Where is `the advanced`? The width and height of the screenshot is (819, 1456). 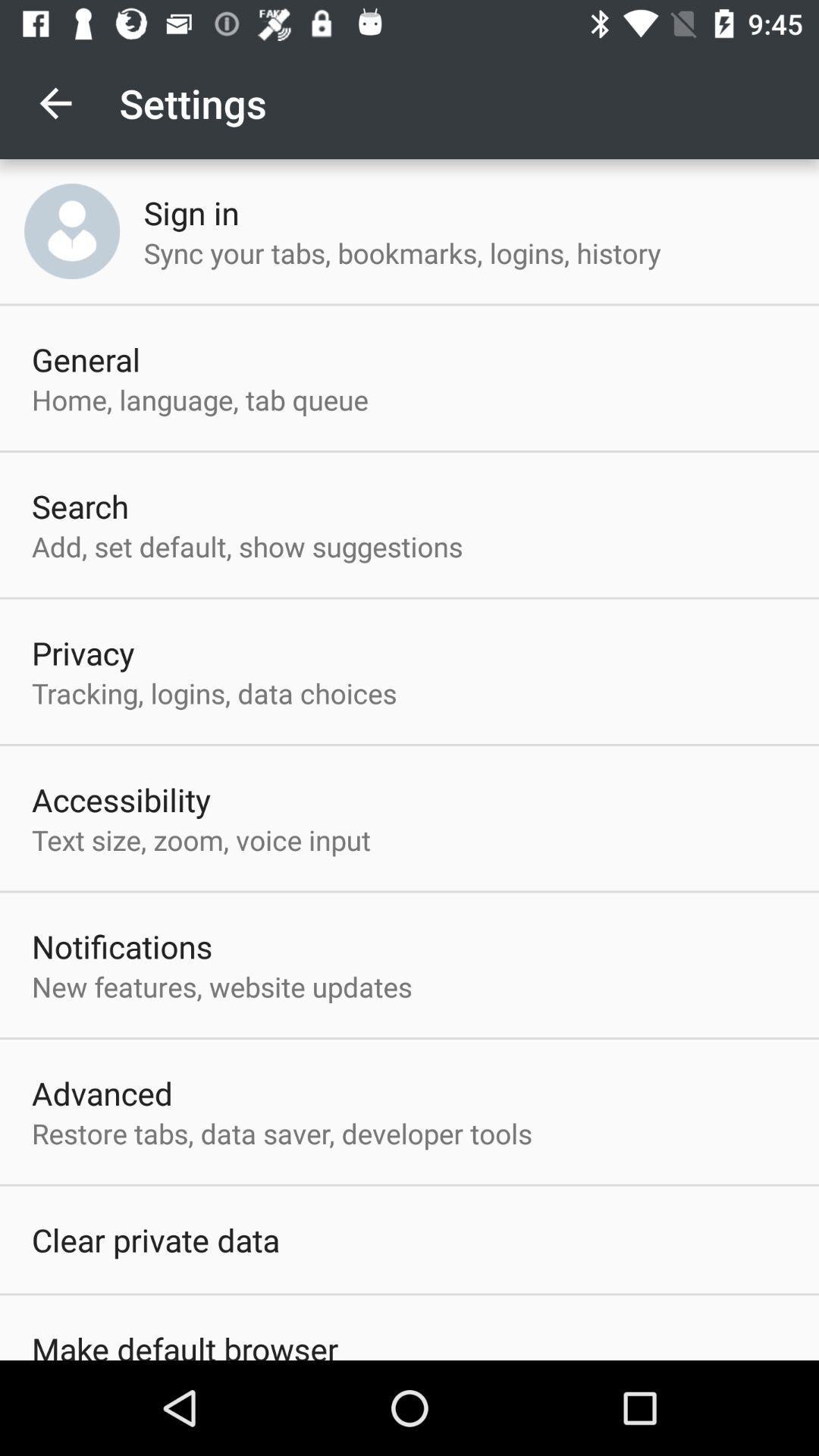
the advanced is located at coordinates (102, 1093).